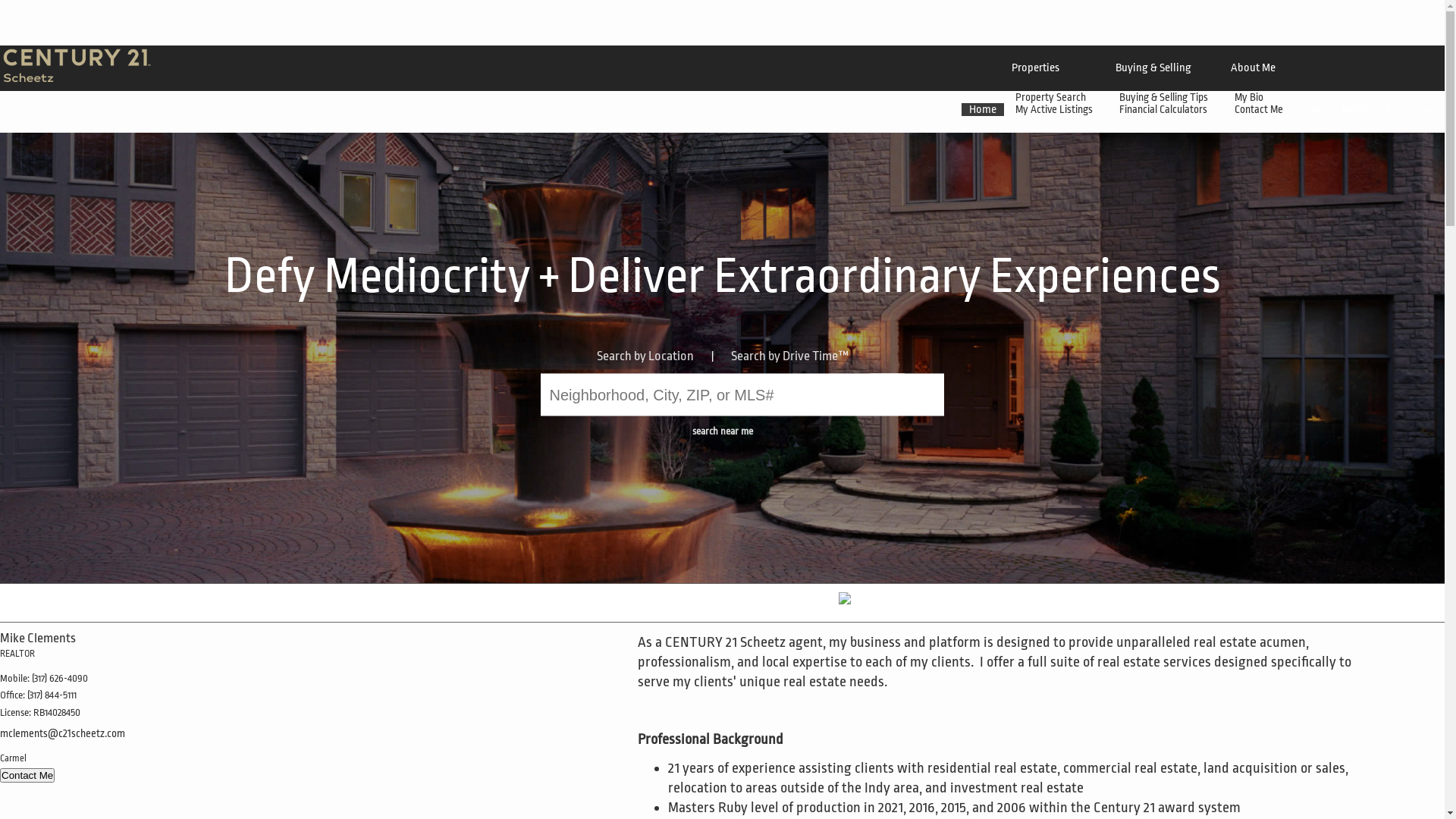  Describe the element at coordinates (1055, 108) in the screenshot. I see `'My Active Listings'` at that location.